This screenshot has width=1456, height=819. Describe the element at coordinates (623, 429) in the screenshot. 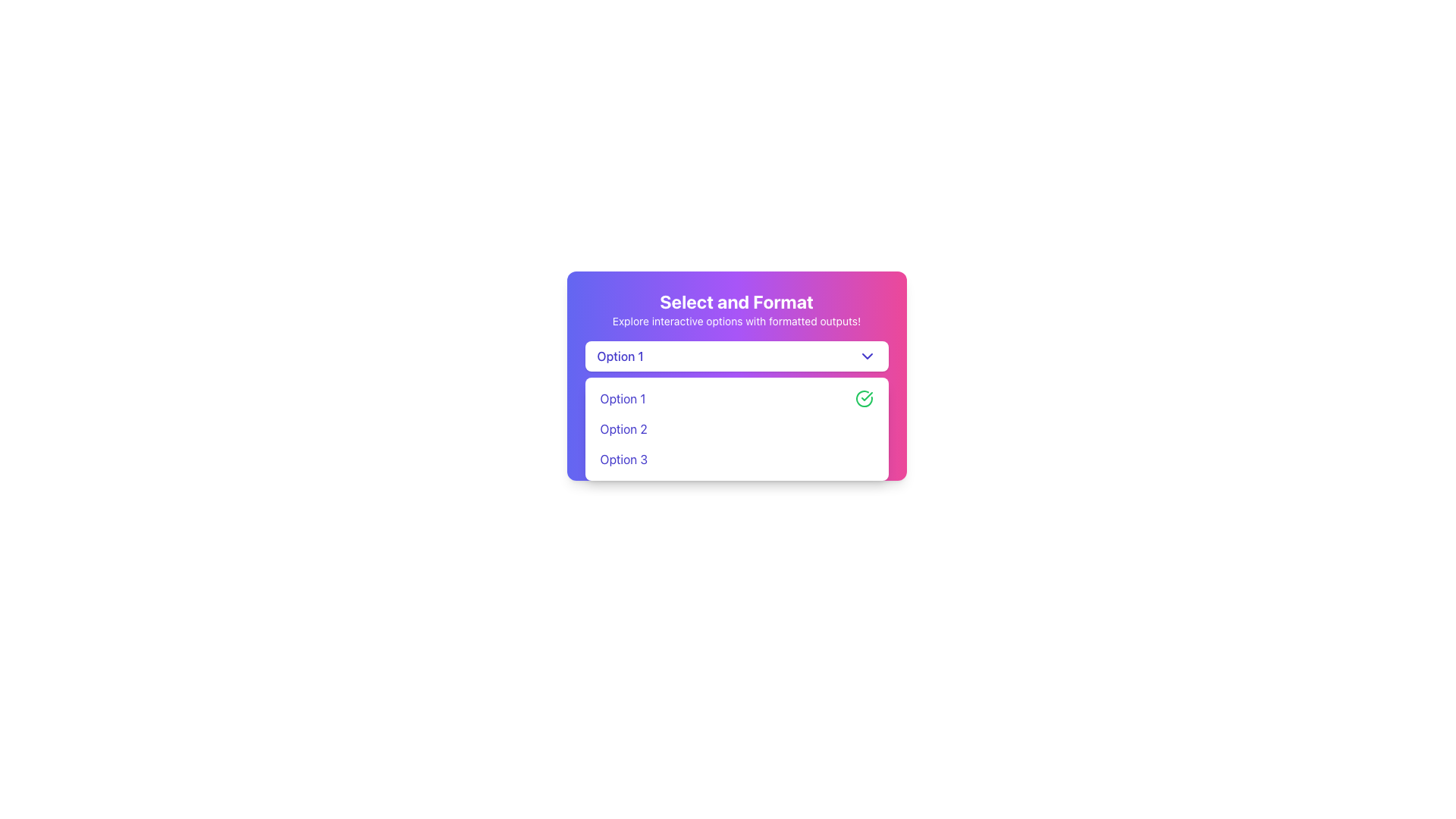

I see `the 'Option 2' text label in the dropdown menu` at that location.